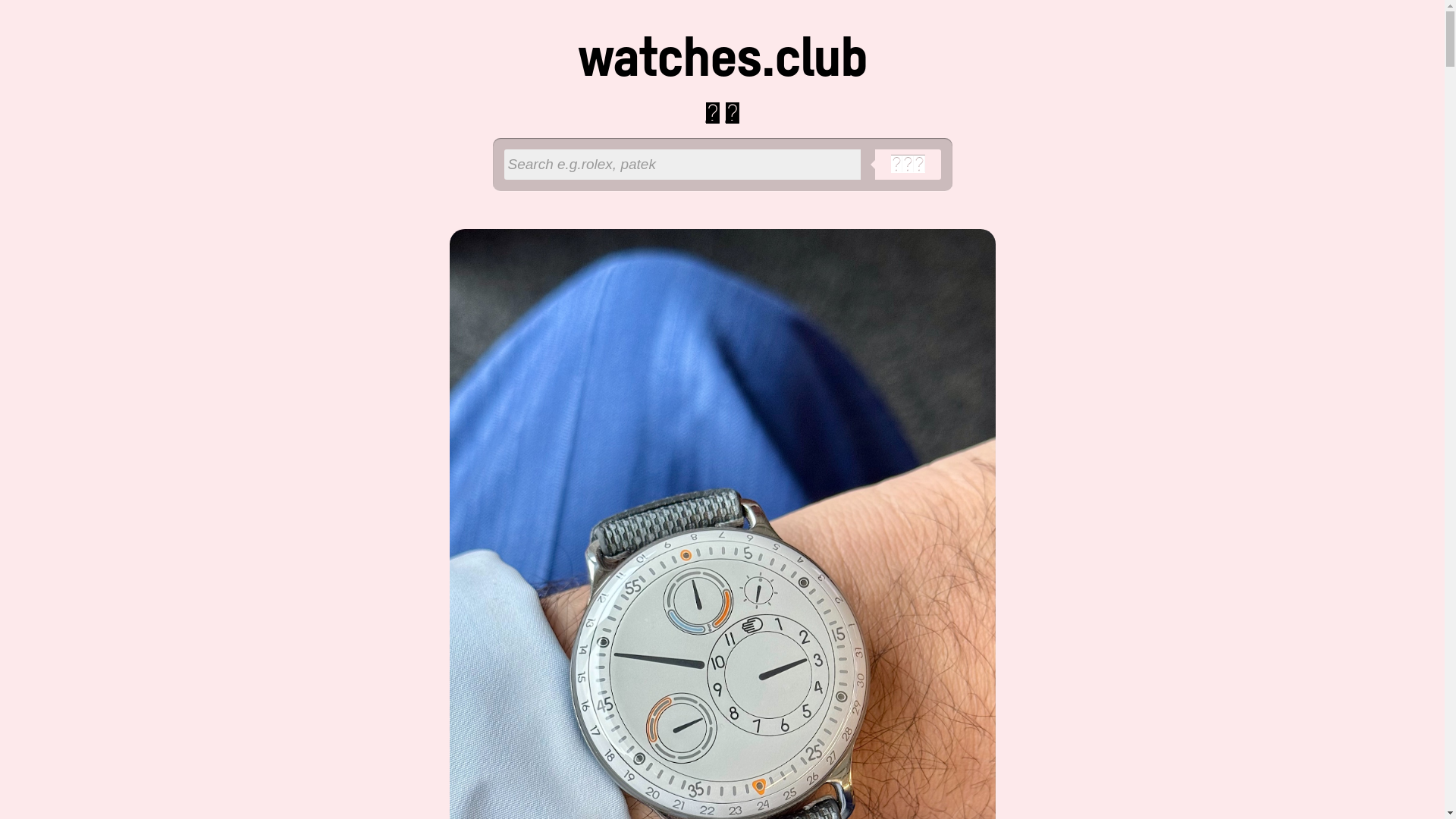  Describe the element at coordinates (720, 60) in the screenshot. I see `'watches.club'` at that location.